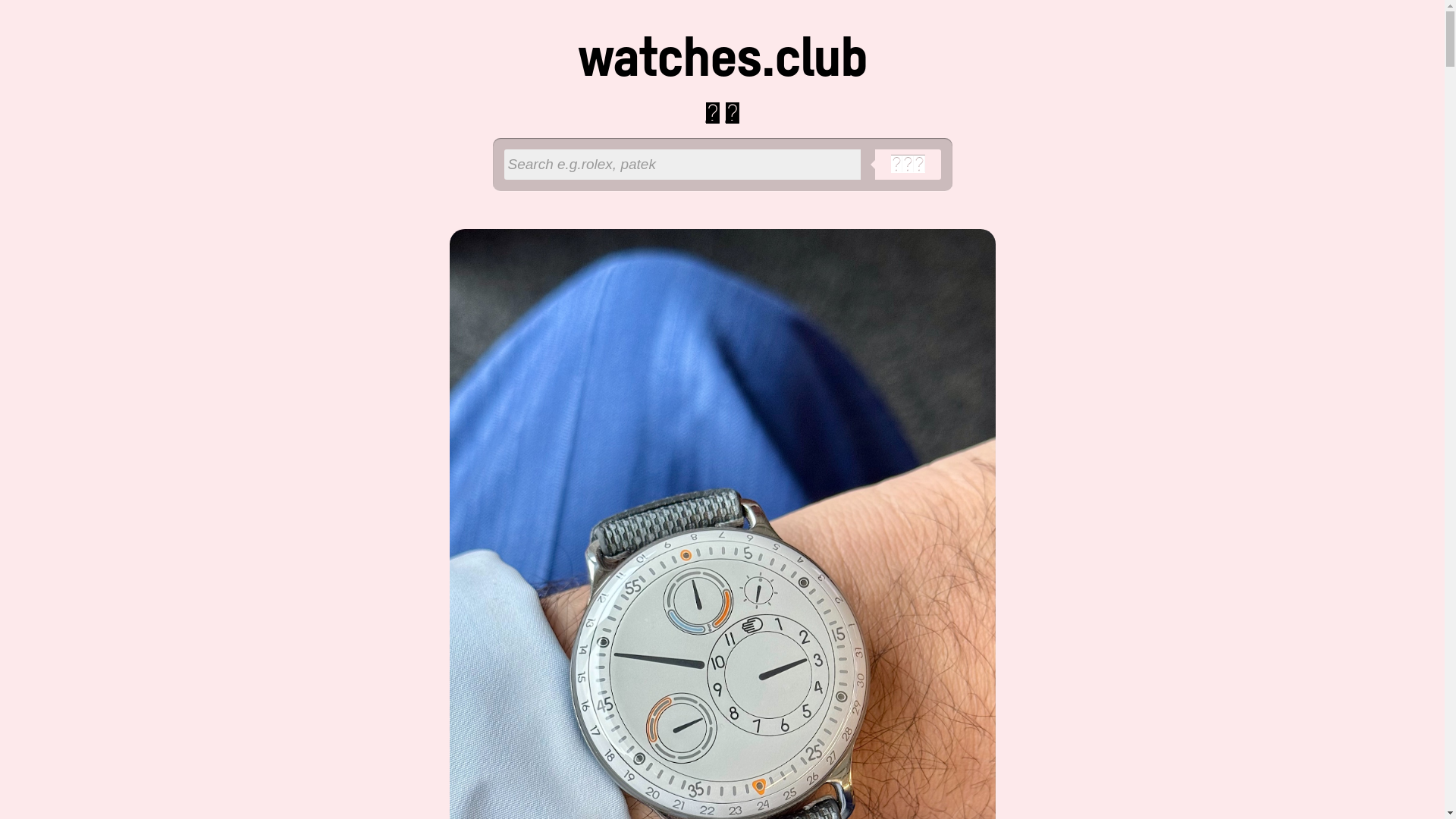  Describe the element at coordinates (720, 60) in the screenshot. I see `'watches.club'` at that location.